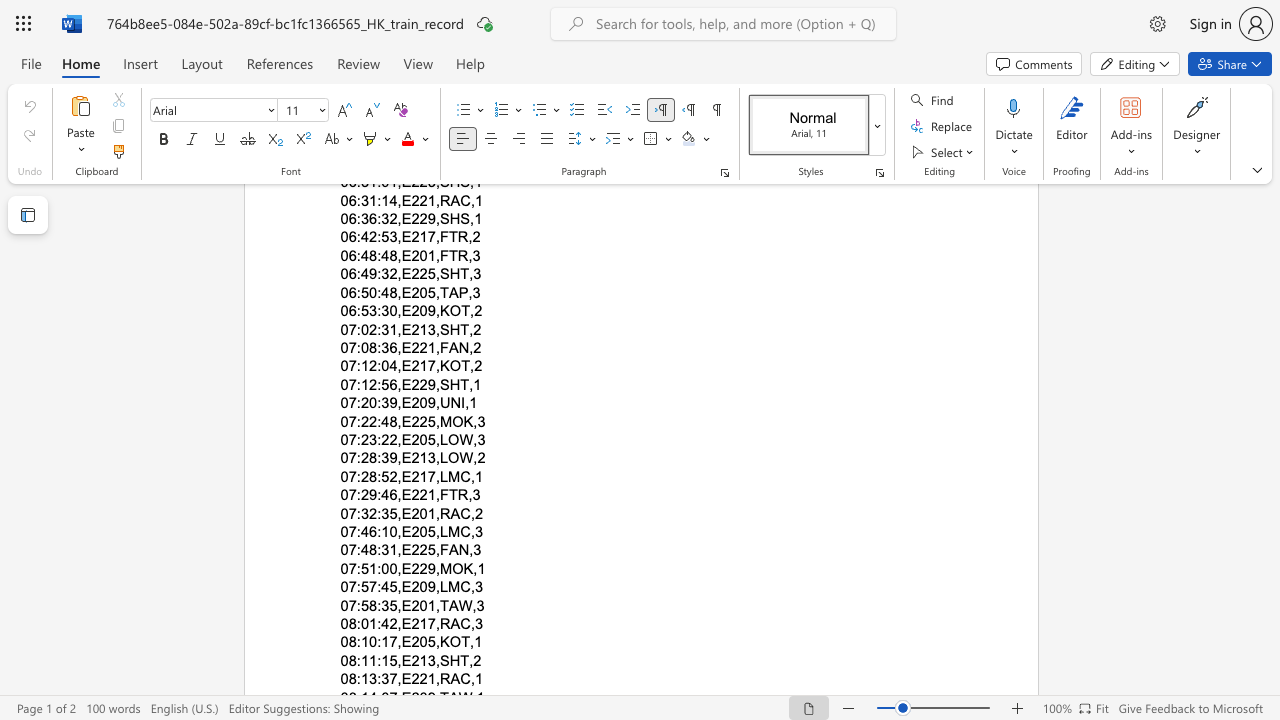 The height and width of the screenshot is (720, 1280). Describe the element at coordinates (447, 530) in the screenshot. I see `the subset text "MC," within the text "07:46:10,E205,LMC,3"` at that location.